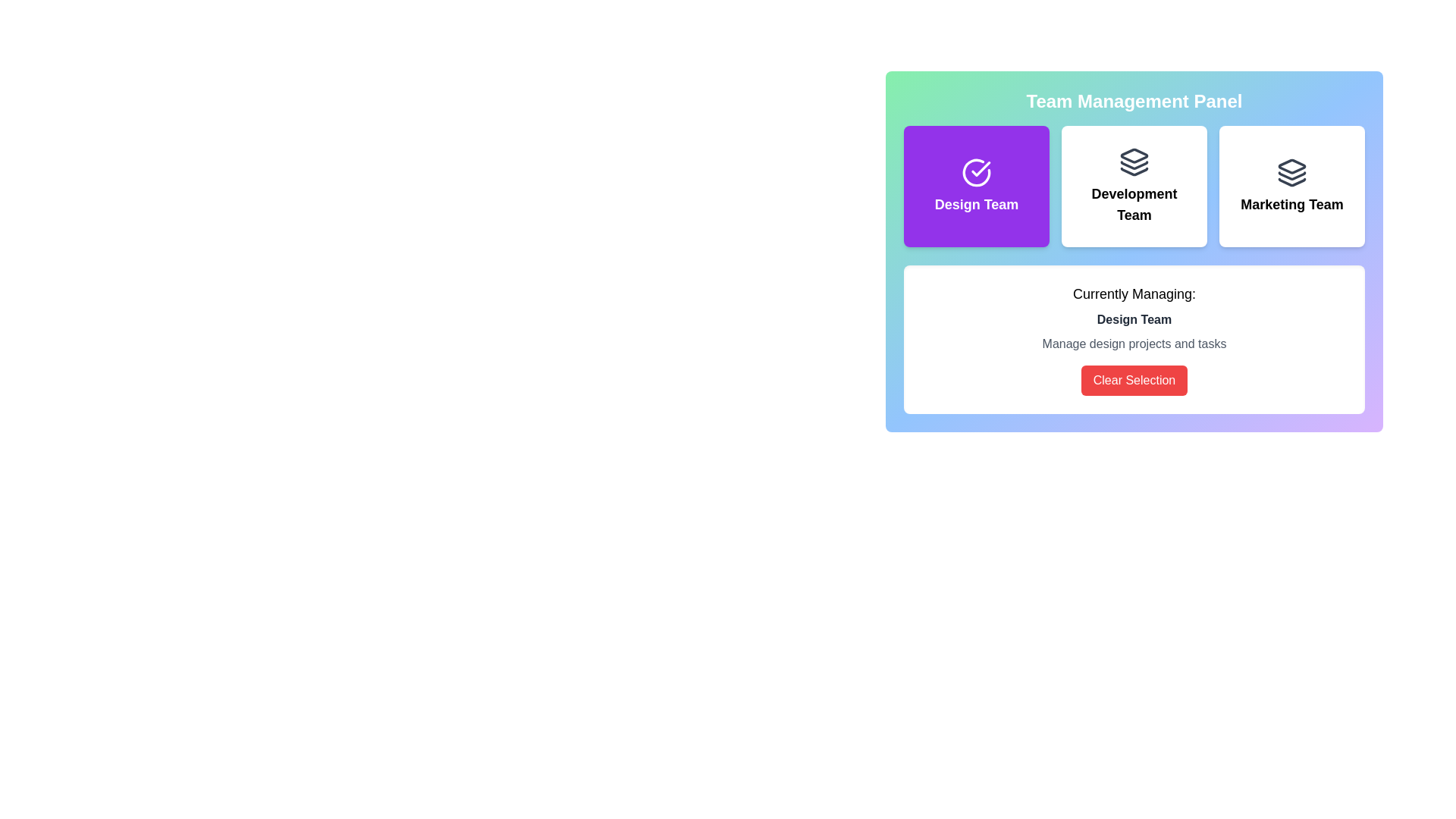  Describe the element at coordinates (976, 186) in the screenshot. I see `the button labeled 'Design Team' featuring a white circular check icon and a purple background in the Team Management Panel section` at that location.